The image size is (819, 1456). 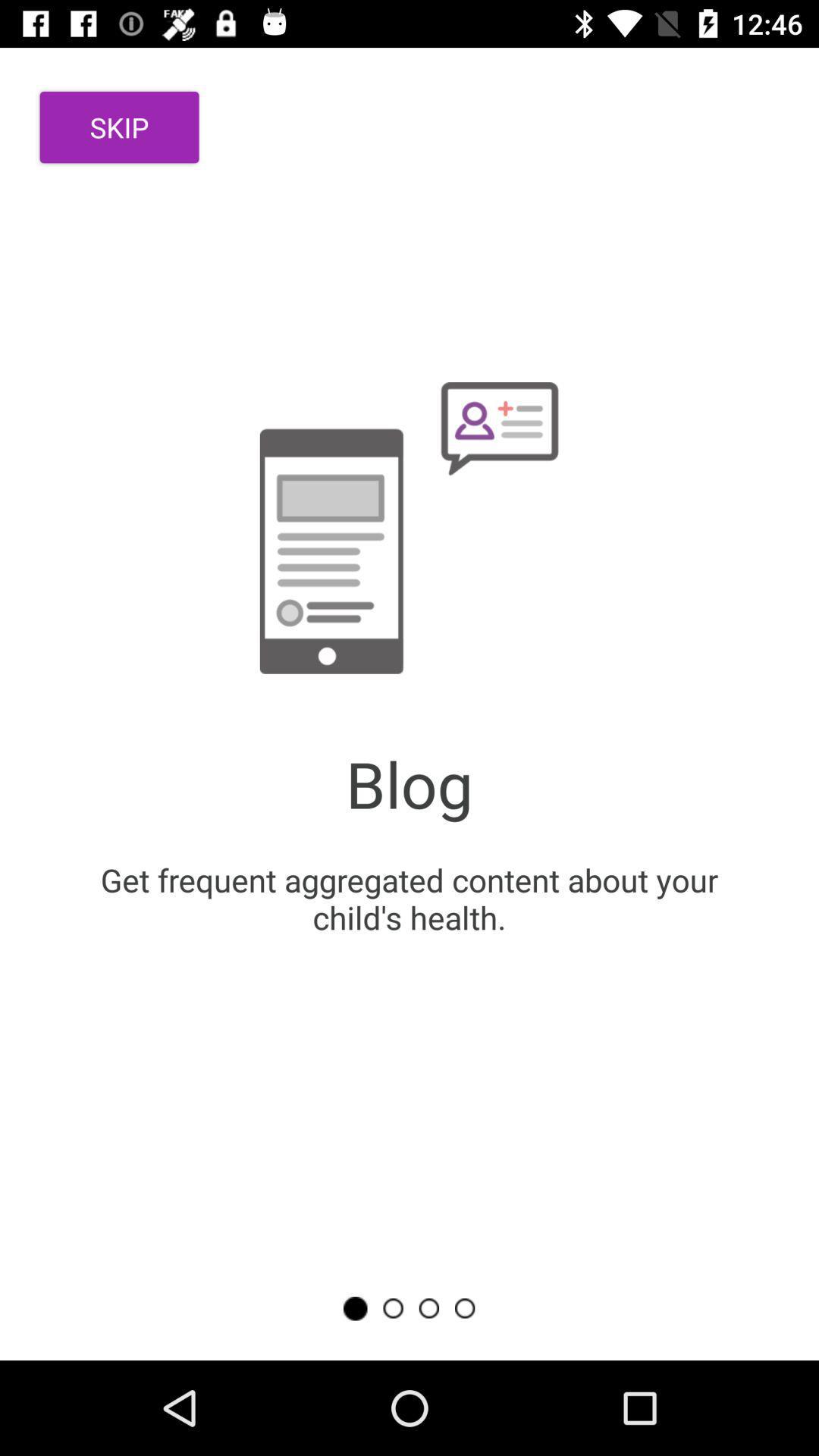 What do you see at coordinates (118, 127) in the screenshot?
I see `skip item` at bounding box center [118, 127].